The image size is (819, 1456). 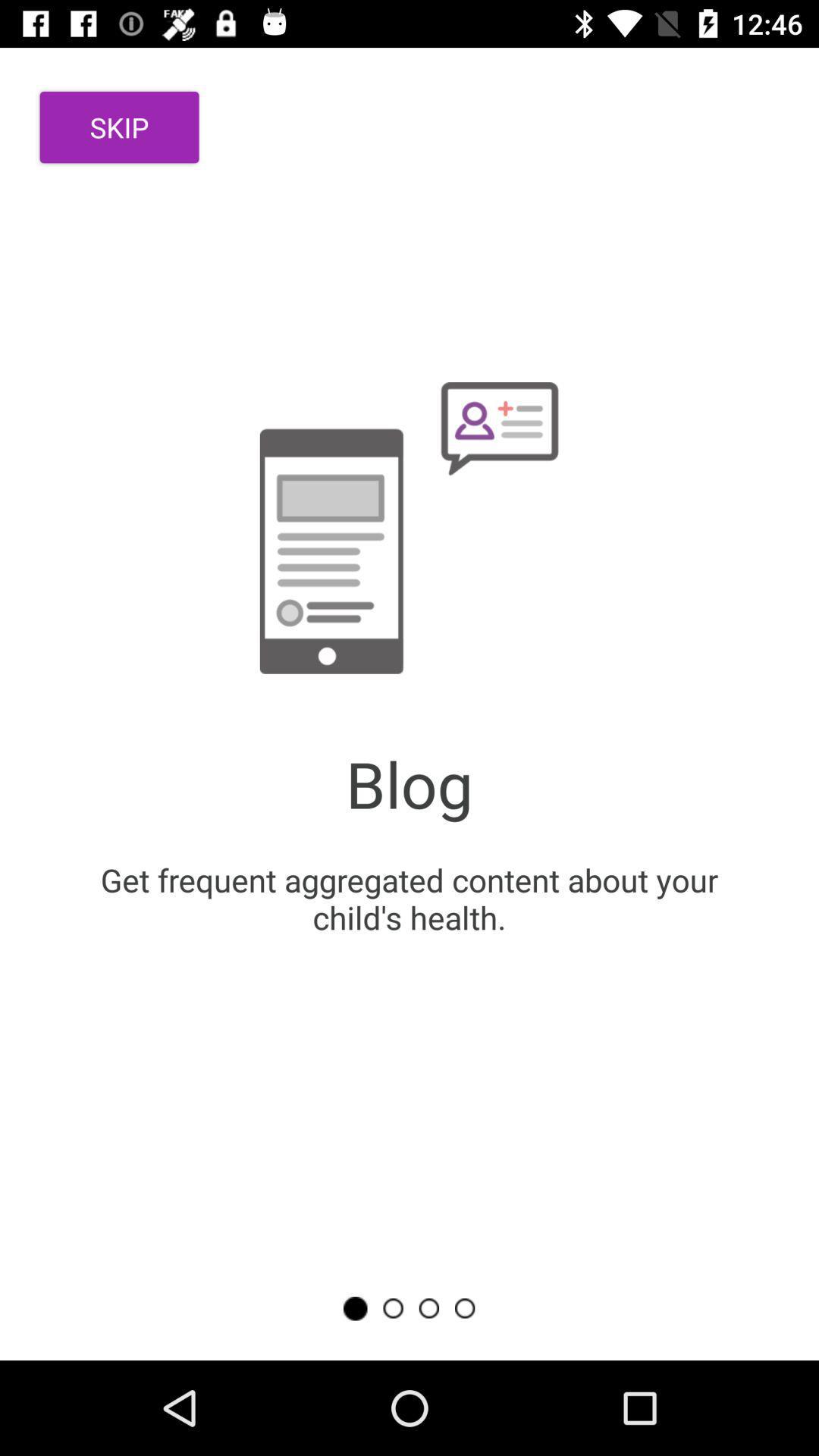 What do you see at coordinates (118, 127) in the screenshot?
I see `skip item` at bounding box center [118, 127].